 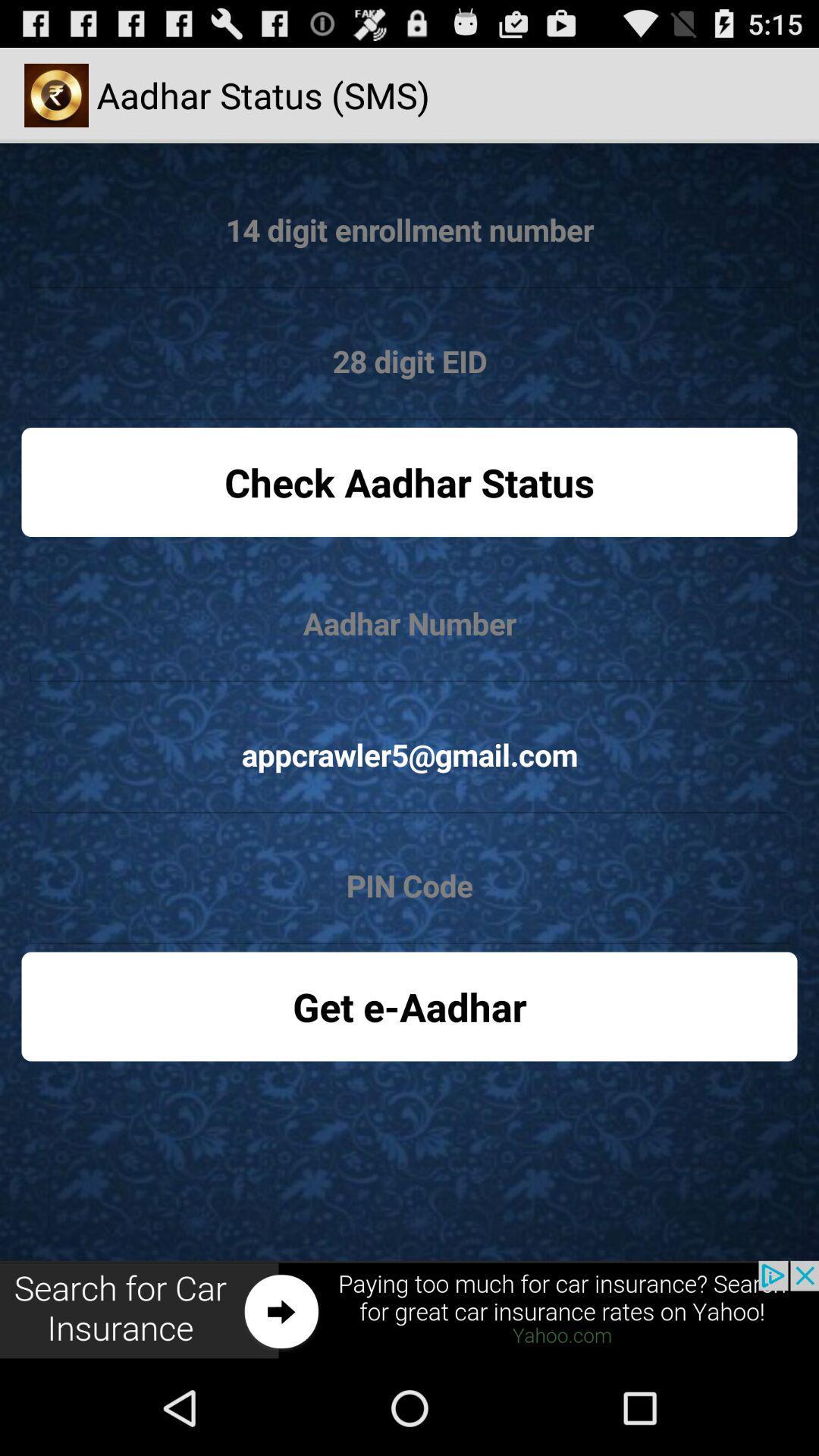 What do you see at coordinates (409, 1310) in the screenshot?
I see `advertisement` at bounding box center [409, 1310].